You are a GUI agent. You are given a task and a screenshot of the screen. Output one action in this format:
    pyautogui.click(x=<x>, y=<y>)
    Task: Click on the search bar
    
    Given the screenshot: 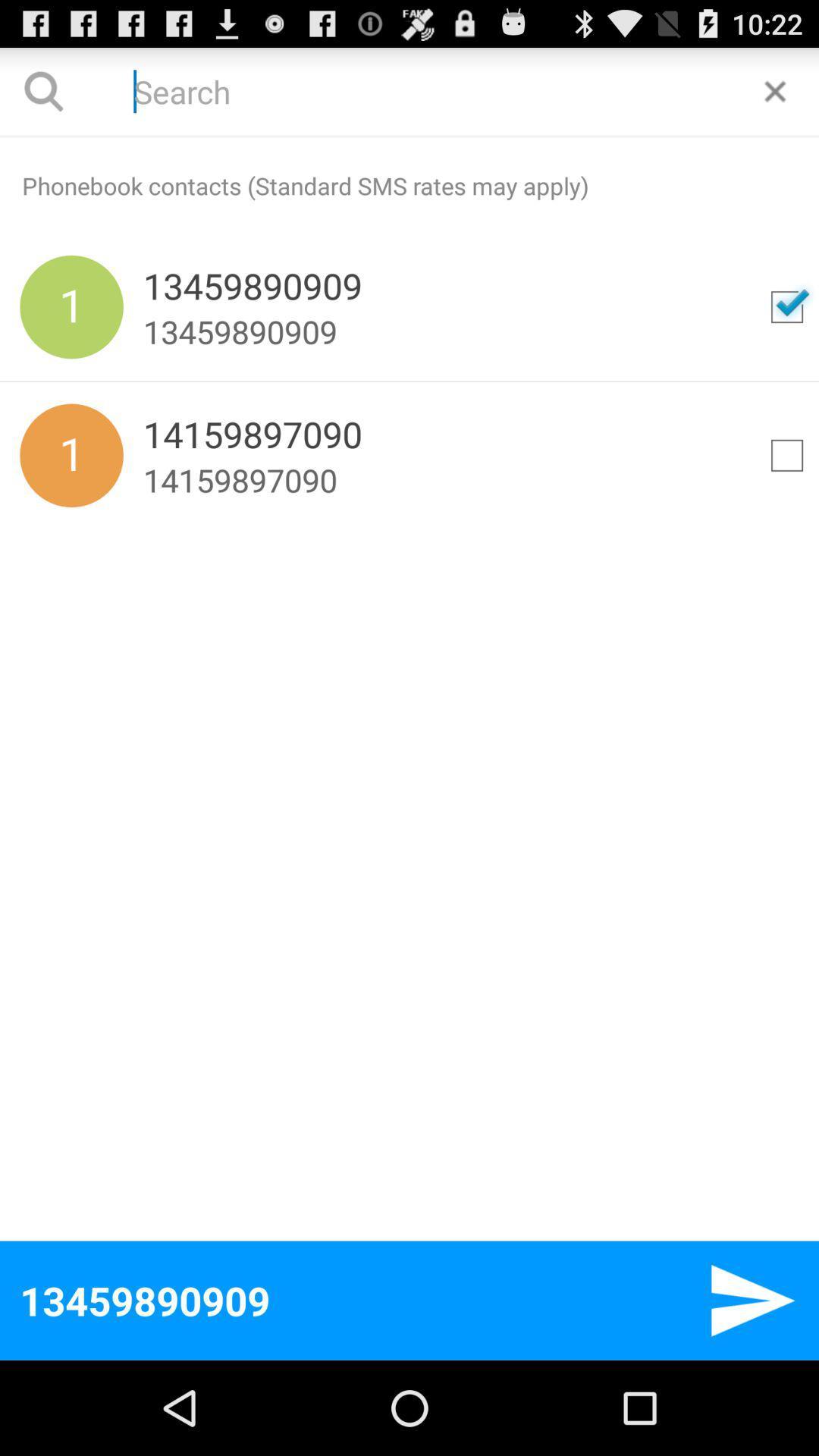 What is the action you would take?
    pyautogui.click(x=775, y=90)
    